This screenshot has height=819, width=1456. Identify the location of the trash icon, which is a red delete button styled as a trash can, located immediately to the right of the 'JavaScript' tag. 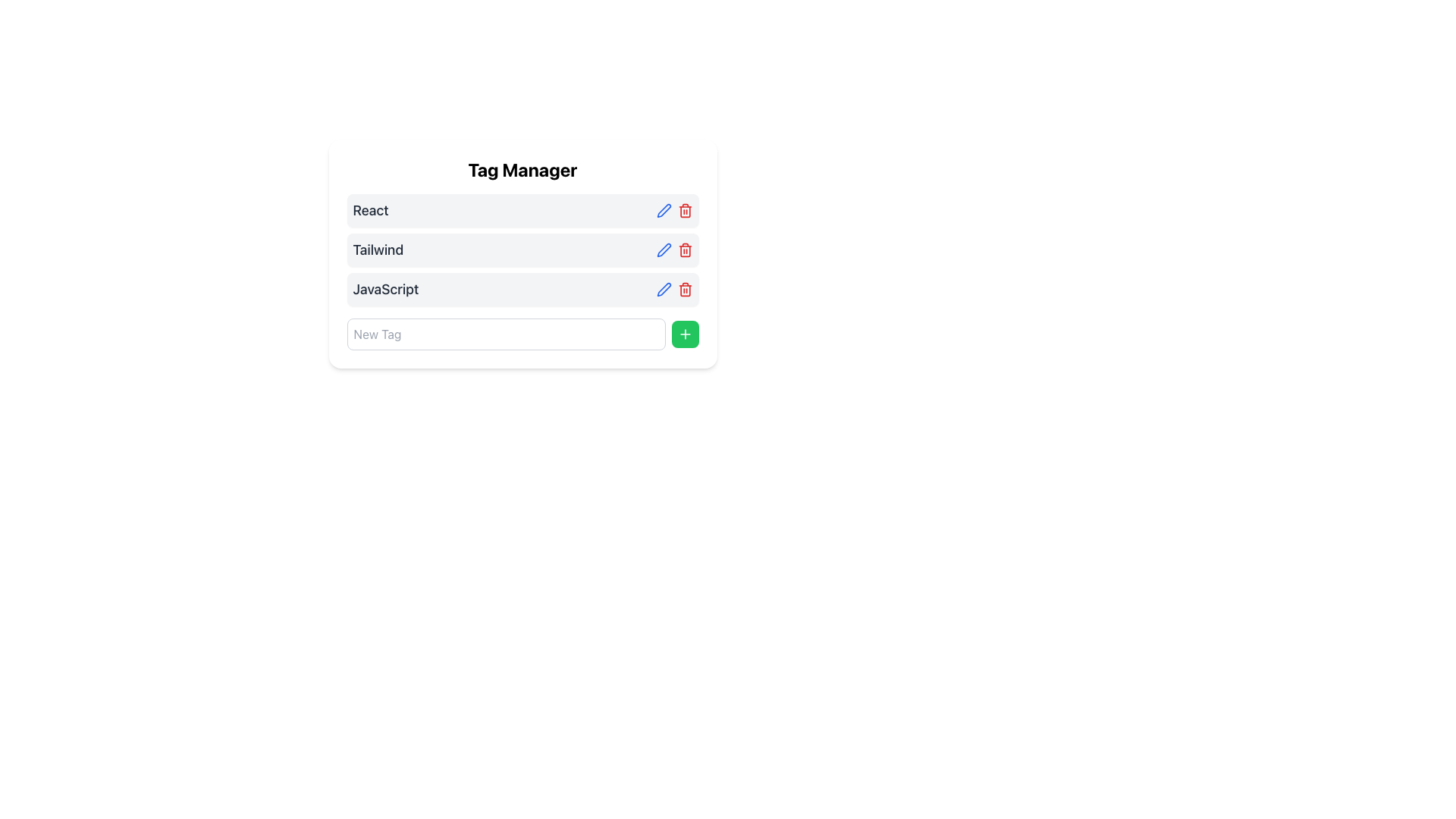
(684, 210).